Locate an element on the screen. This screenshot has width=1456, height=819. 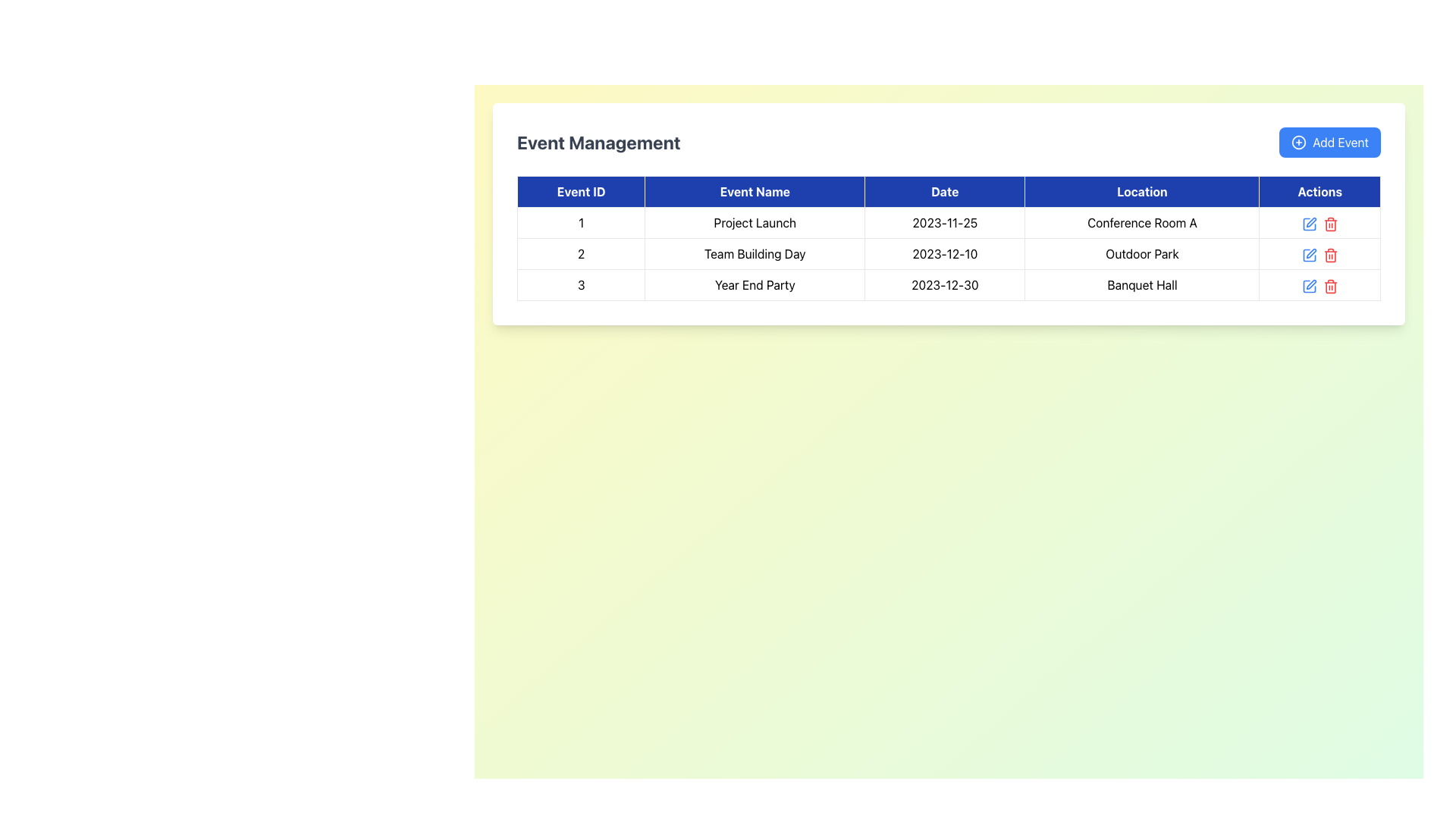
text from the blue-colored table header cell labeled 'Location', which is the fourth cell in the table header row is located at coordinates (1142, 191).